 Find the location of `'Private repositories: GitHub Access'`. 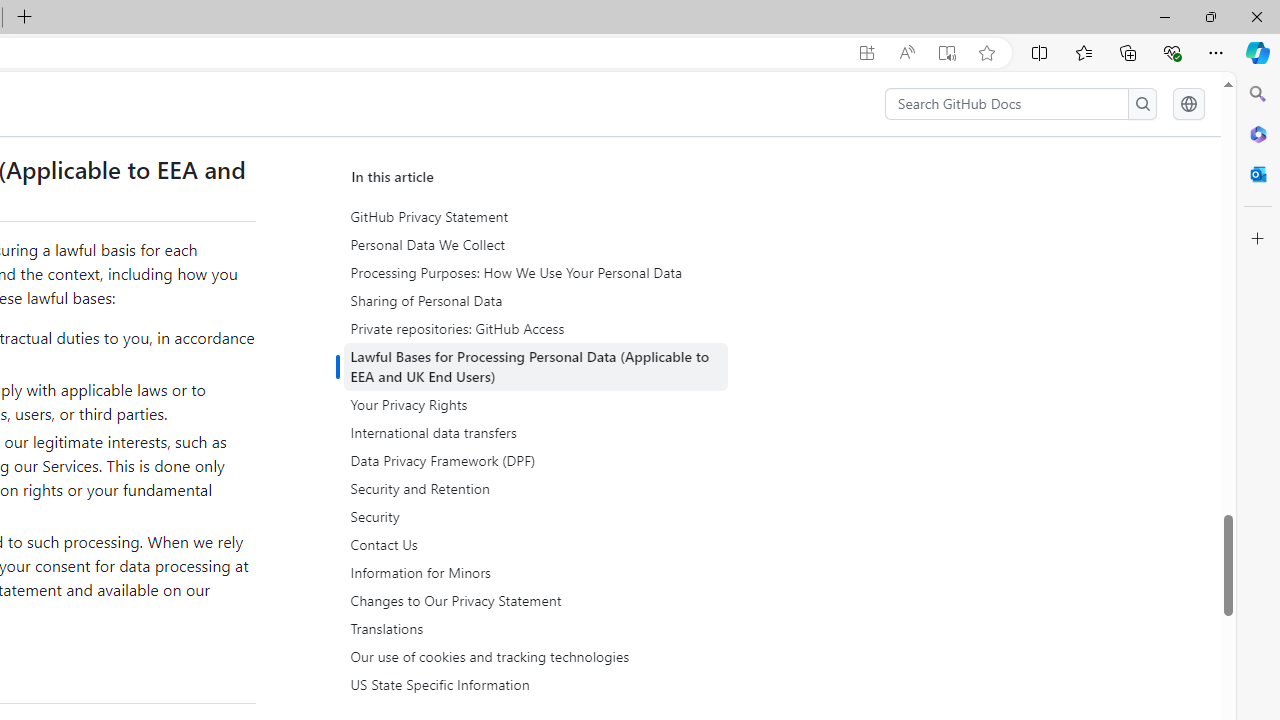

'Private repositories: GitHub Access' is located at coordinates (538, 328).